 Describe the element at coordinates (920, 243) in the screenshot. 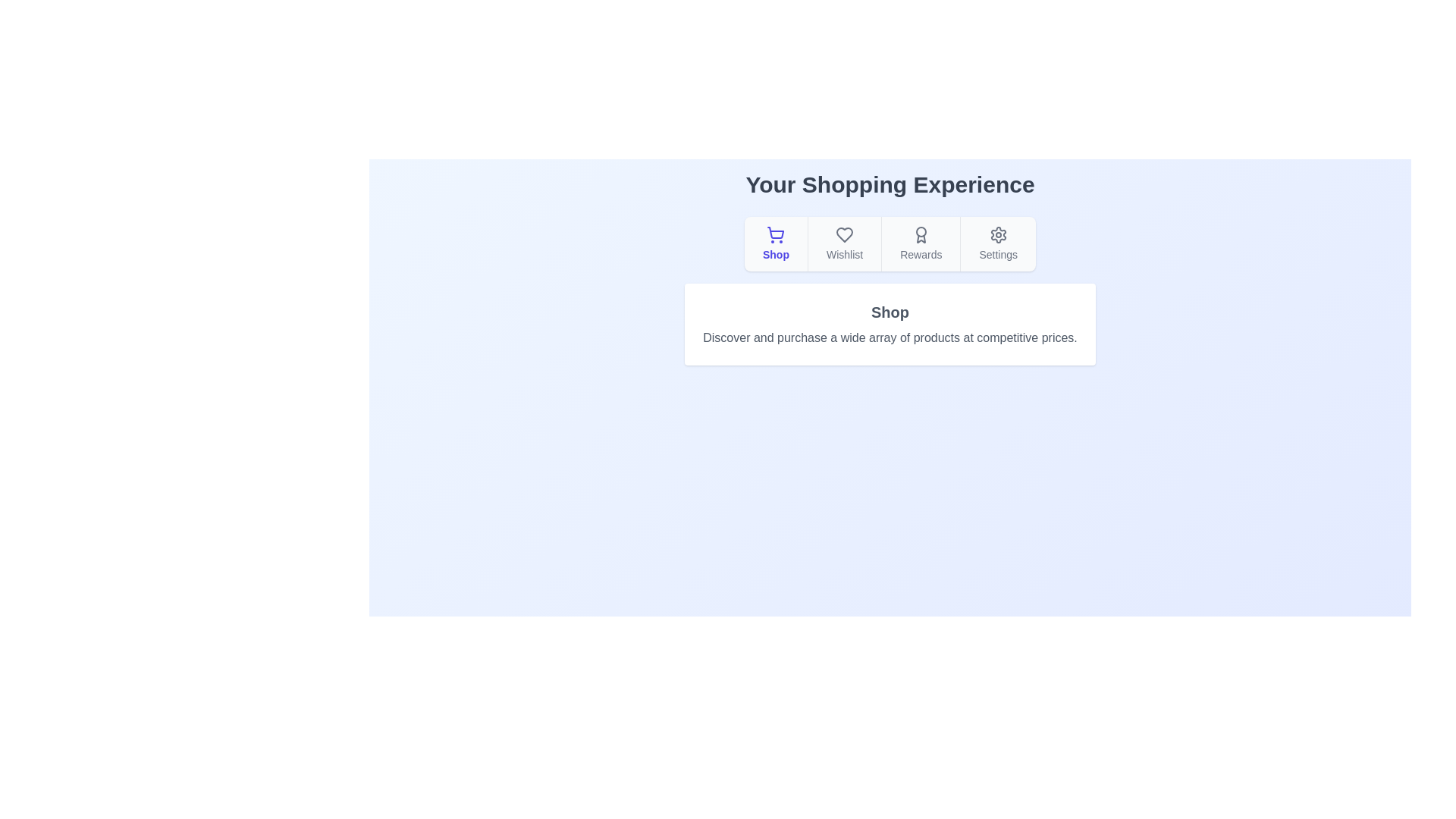

I see `the tab labeled Rewards` at that location.